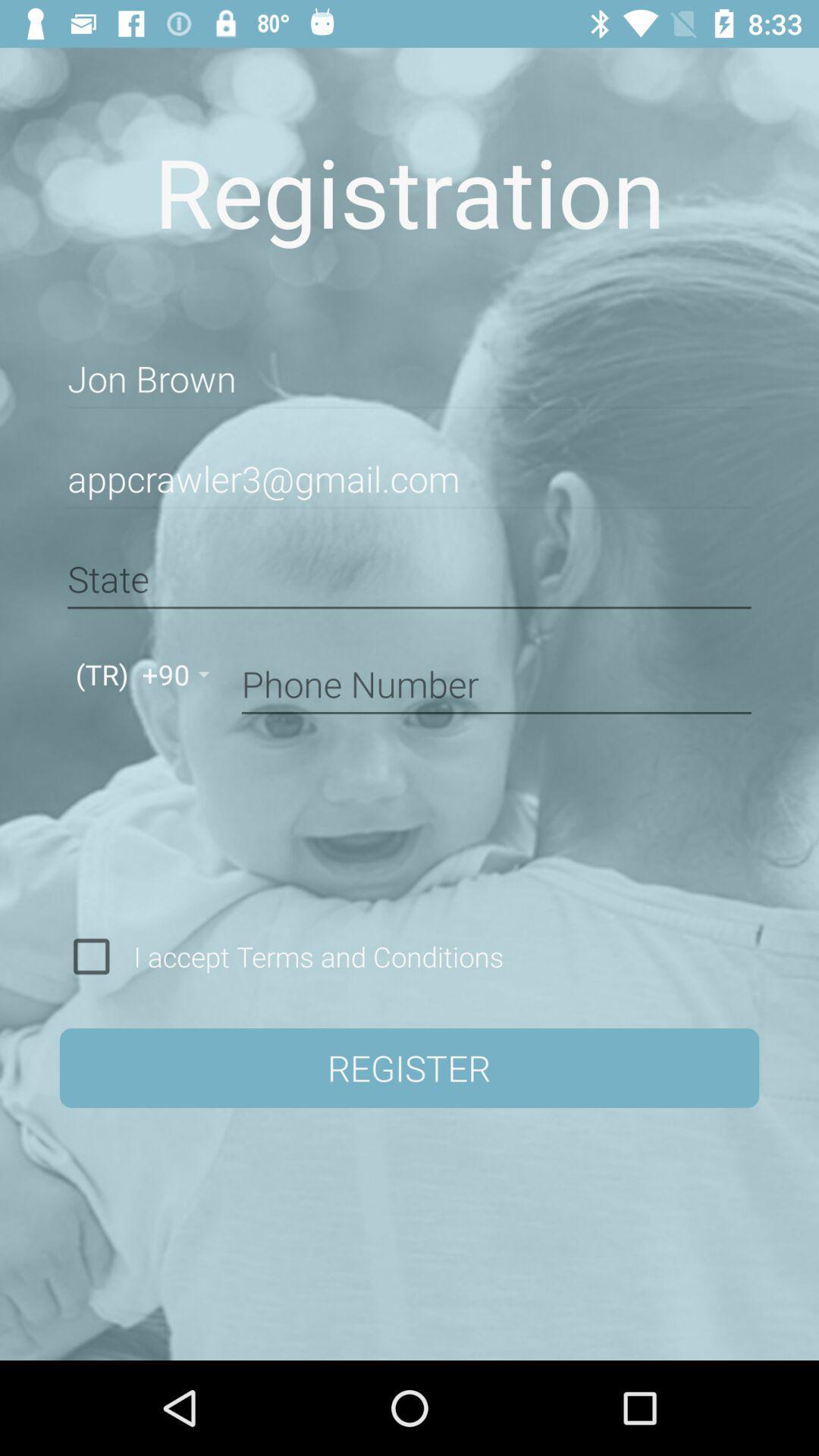 The height and width of the screenshot is (1456, 819). Describe the element at coordinates (409, 579) in the screenshot. I see `state` at that location.